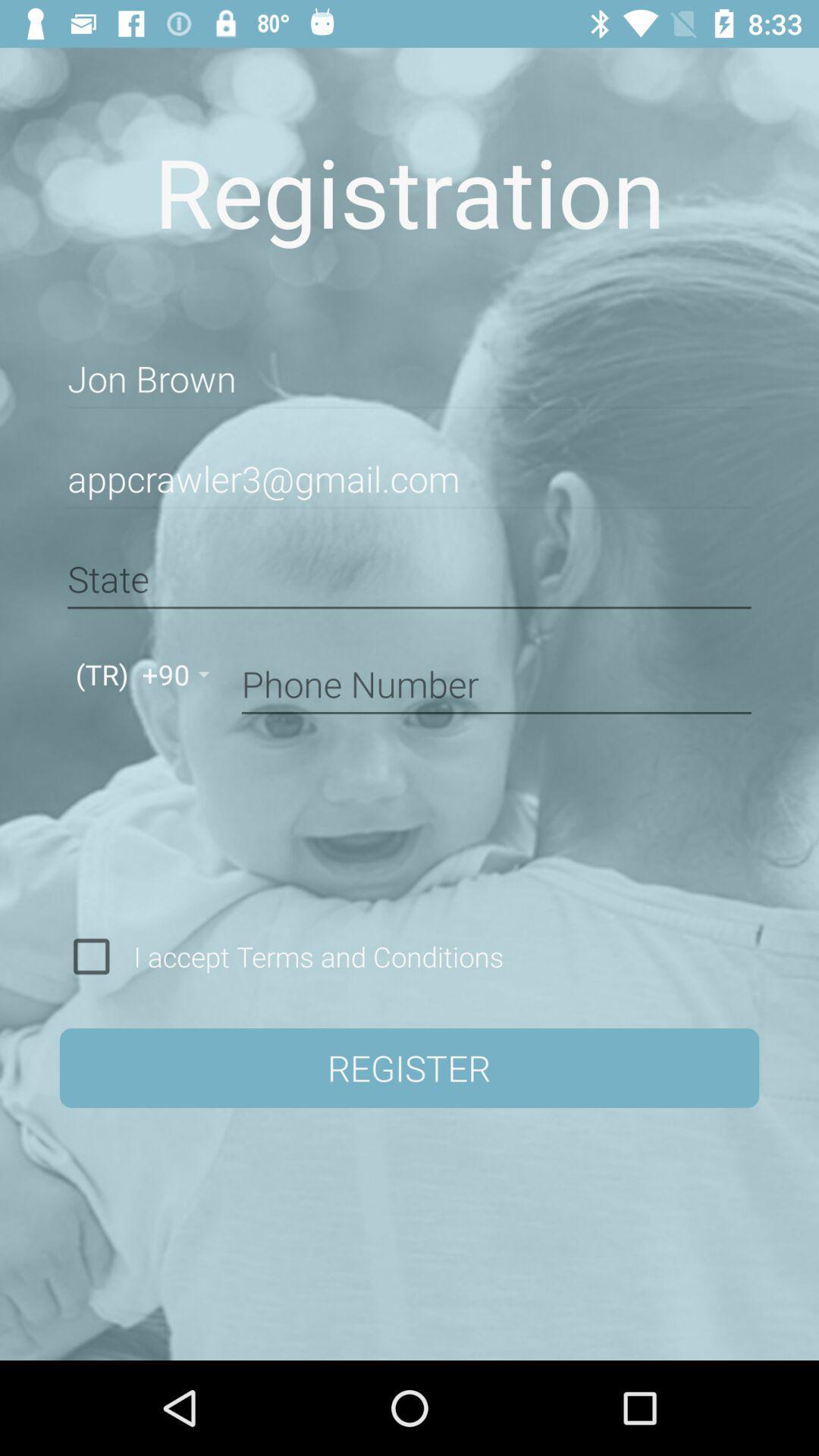 The height and width of the screenshot is (1456, 819). Describe the element at coordinates (409, 579) in the screenshot. I see `state` at that location.